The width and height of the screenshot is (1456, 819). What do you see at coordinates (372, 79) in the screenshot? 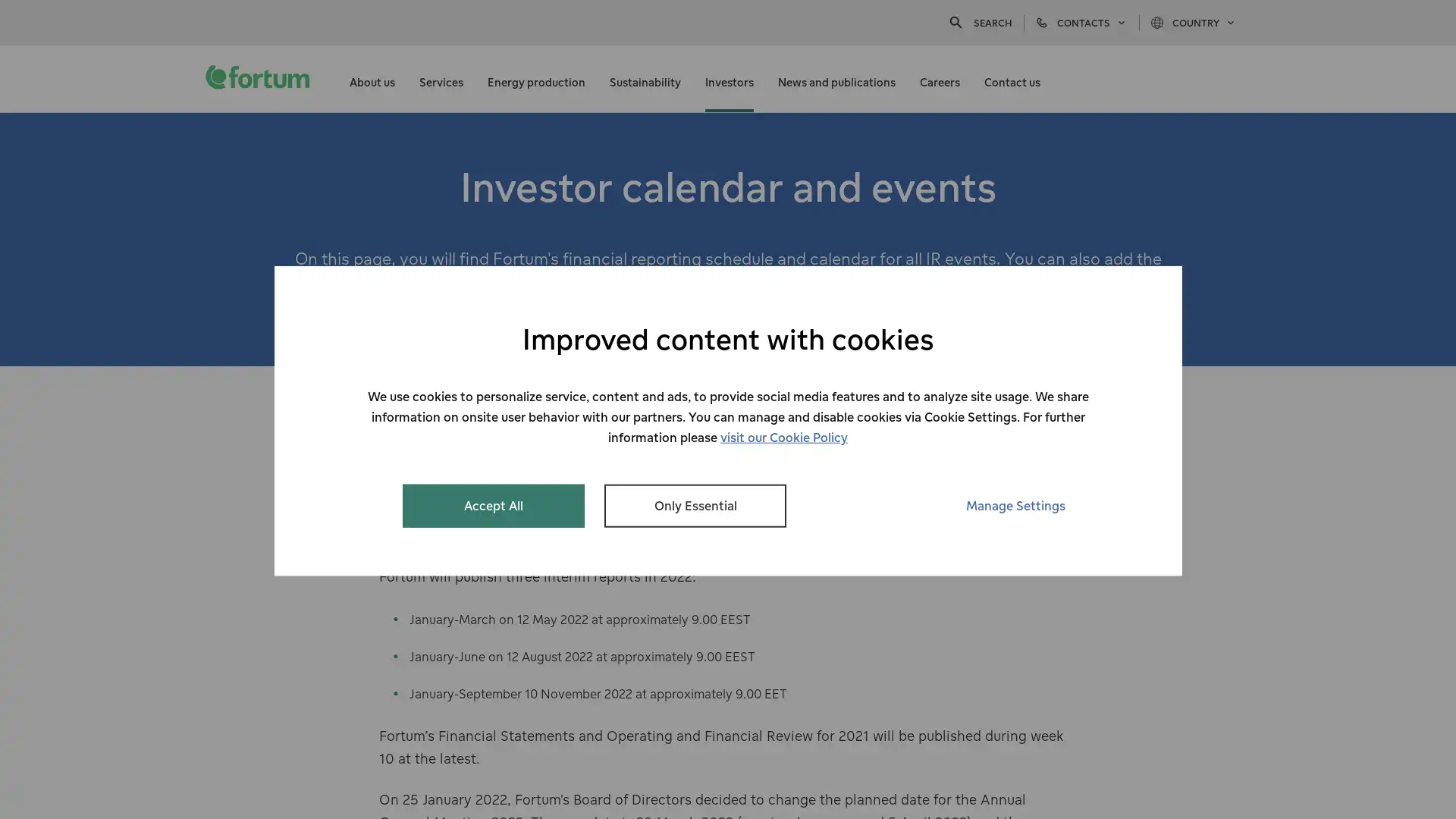
I see `About us` at bounding box center [372, 79].